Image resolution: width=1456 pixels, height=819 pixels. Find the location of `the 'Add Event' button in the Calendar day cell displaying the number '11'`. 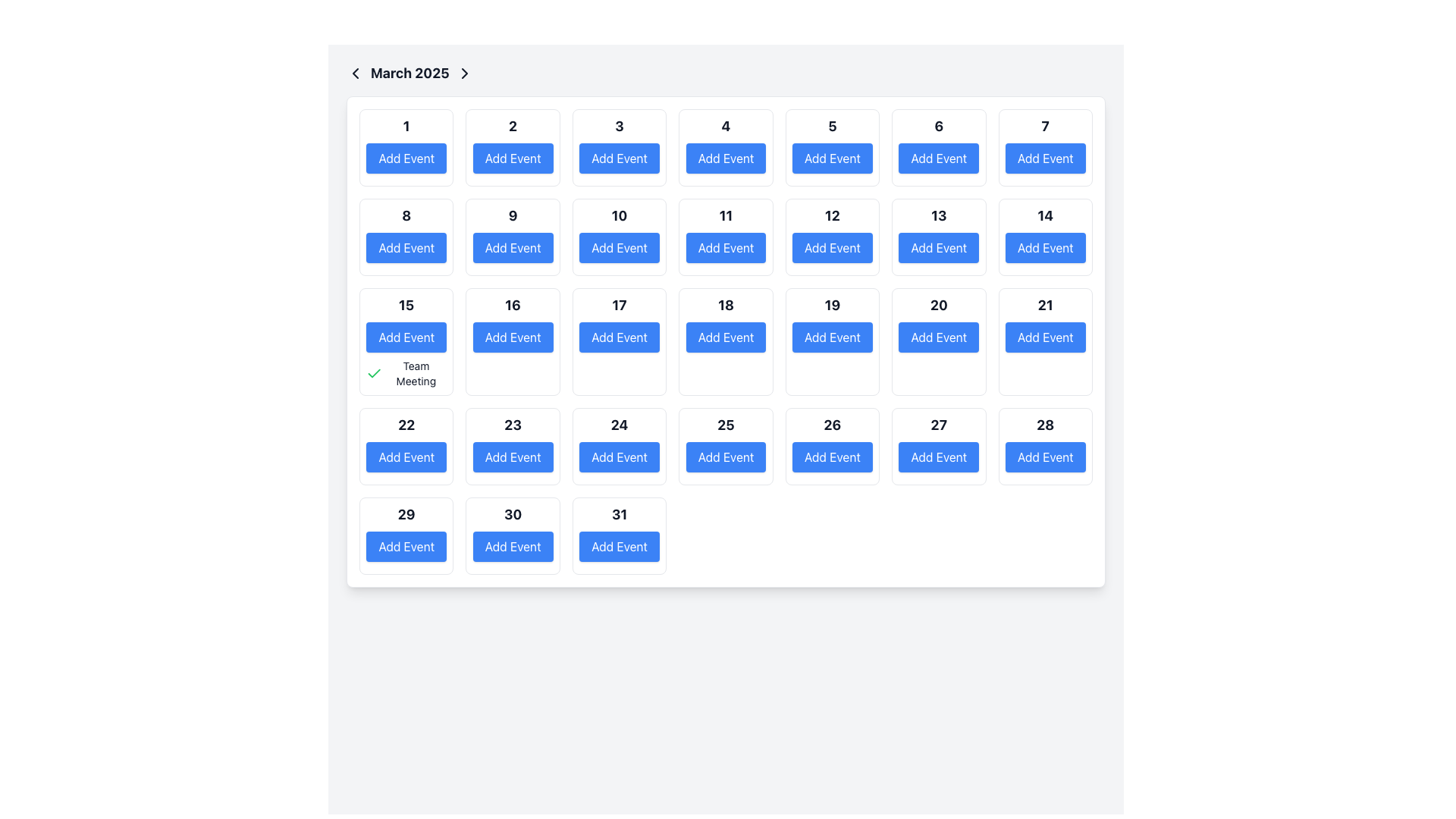

the 'Add Event' button in the Calendar day cell displaying the number '11' is located at coordinates (725, 237).